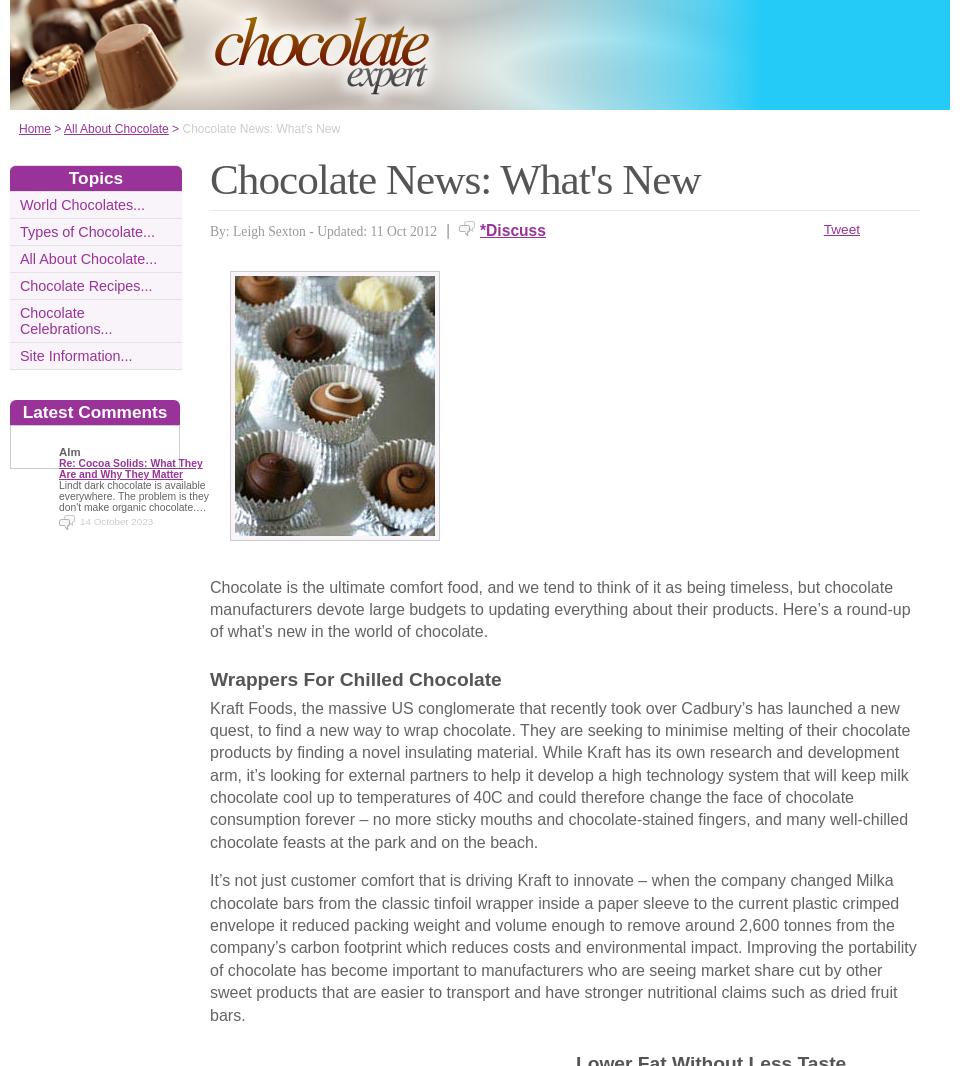  Describe the element at coordinates (444, 229) in the screenshot. I see `'|'` at that location.